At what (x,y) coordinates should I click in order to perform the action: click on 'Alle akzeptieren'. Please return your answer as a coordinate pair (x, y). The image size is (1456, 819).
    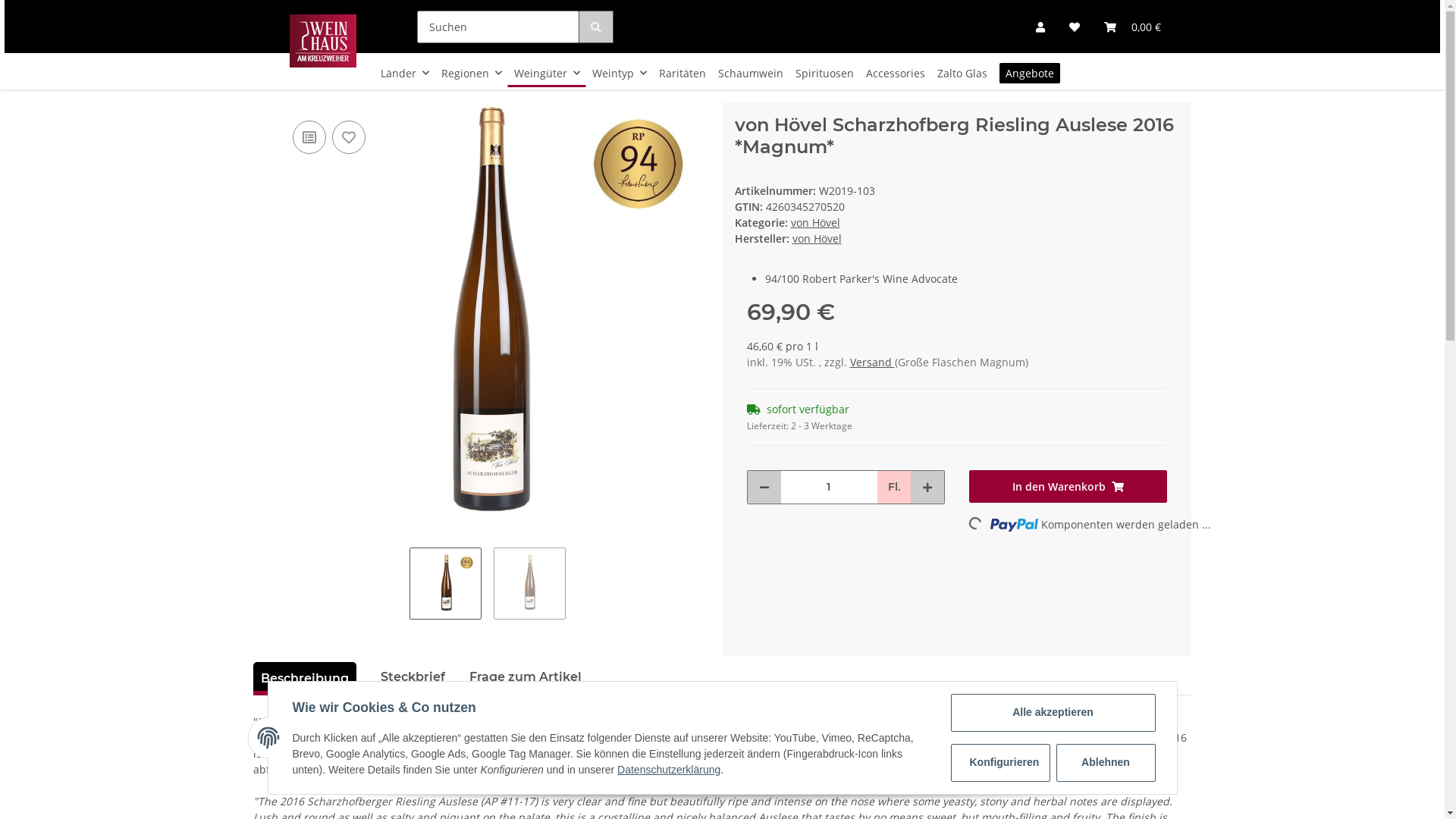
    Looking at the image, I should click on (1052, 713).